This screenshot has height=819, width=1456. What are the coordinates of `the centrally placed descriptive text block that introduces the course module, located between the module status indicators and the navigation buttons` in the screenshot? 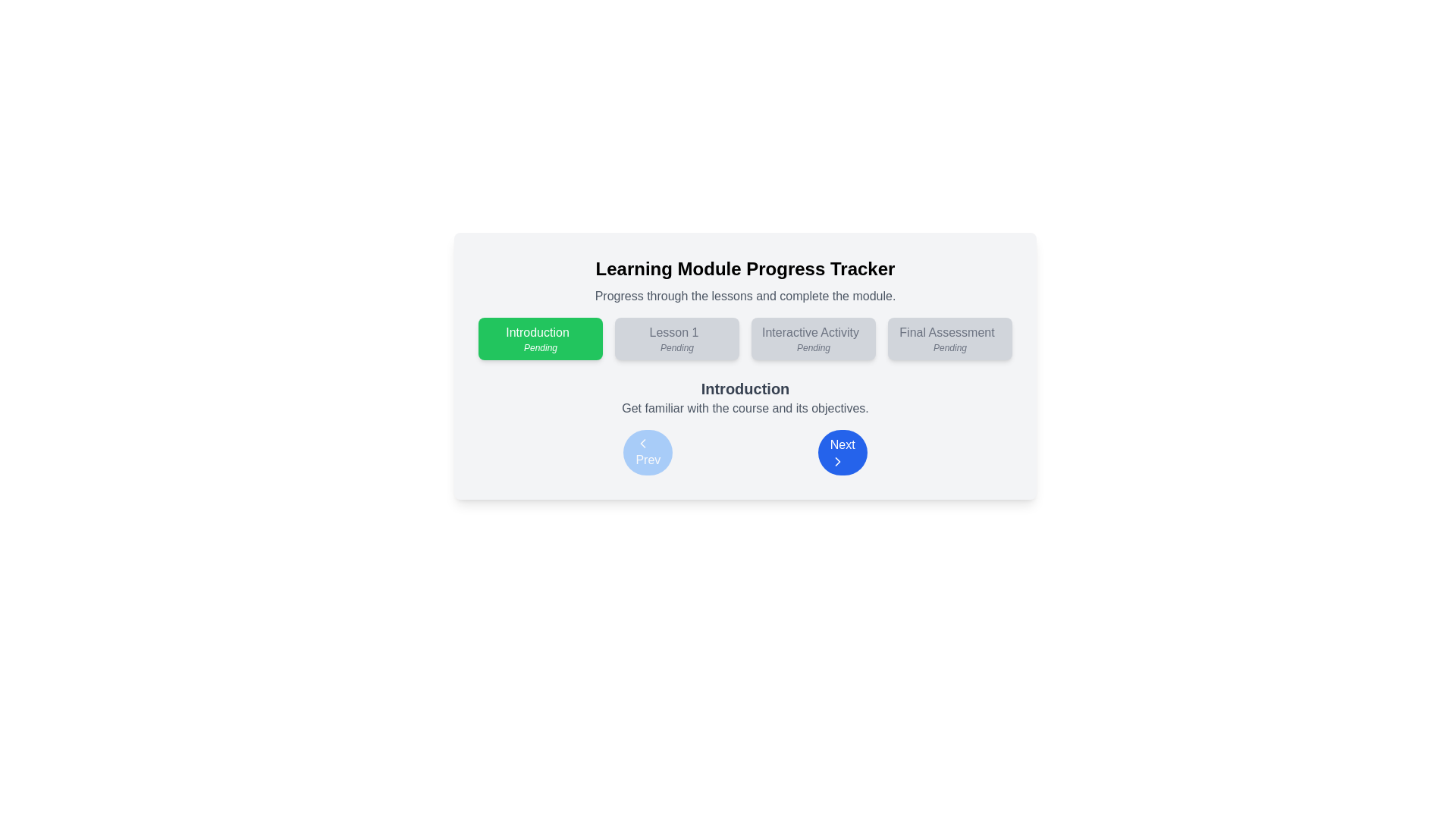 It's located at (745, 397).